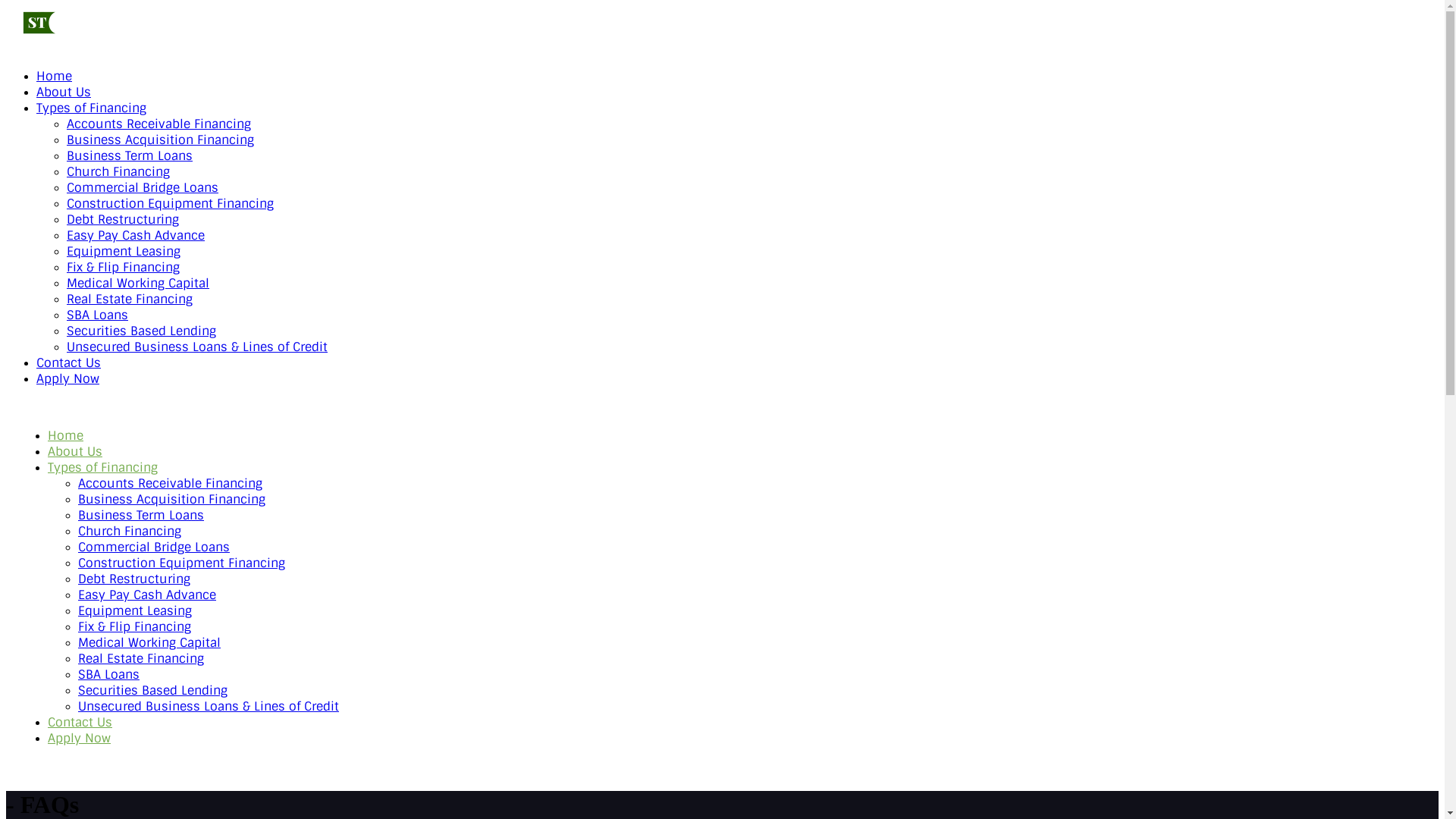 The image size is (1456, 819). What do you see at coordinates (67, 378) in the screenshot?
I see `'Apply Now'` at bounding box center [67, 378].